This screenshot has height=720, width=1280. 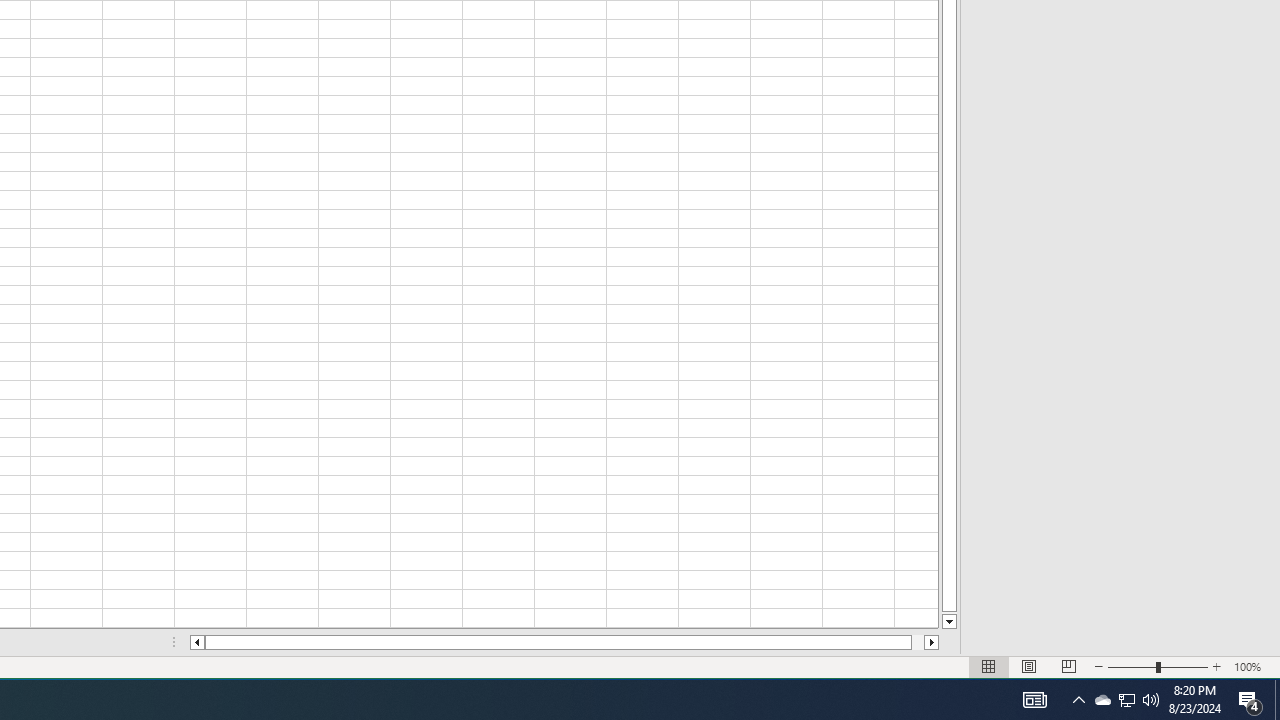 I want to click on 'Page Break Preview', so click(x=1068, y=667).